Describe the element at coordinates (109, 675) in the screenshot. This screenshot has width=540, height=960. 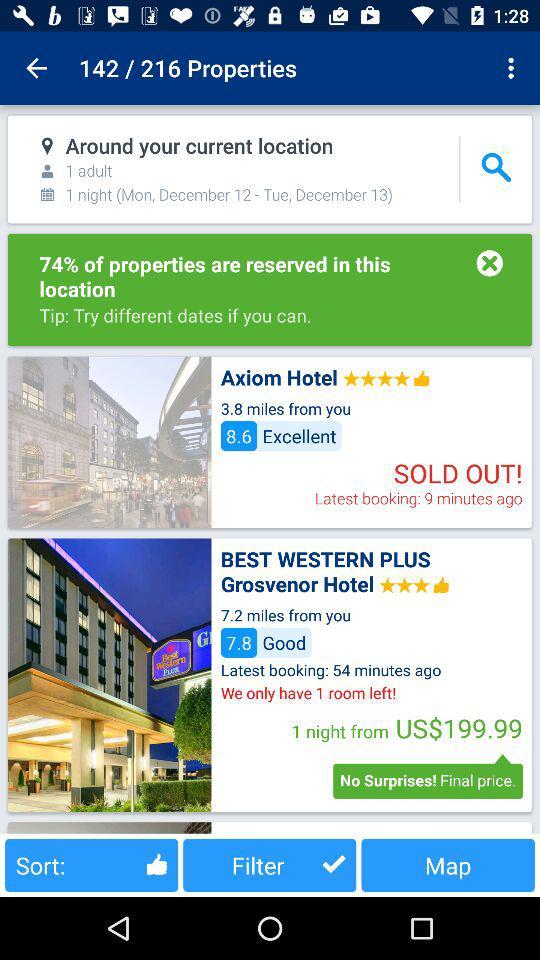
I see `image for hotel` at that location.